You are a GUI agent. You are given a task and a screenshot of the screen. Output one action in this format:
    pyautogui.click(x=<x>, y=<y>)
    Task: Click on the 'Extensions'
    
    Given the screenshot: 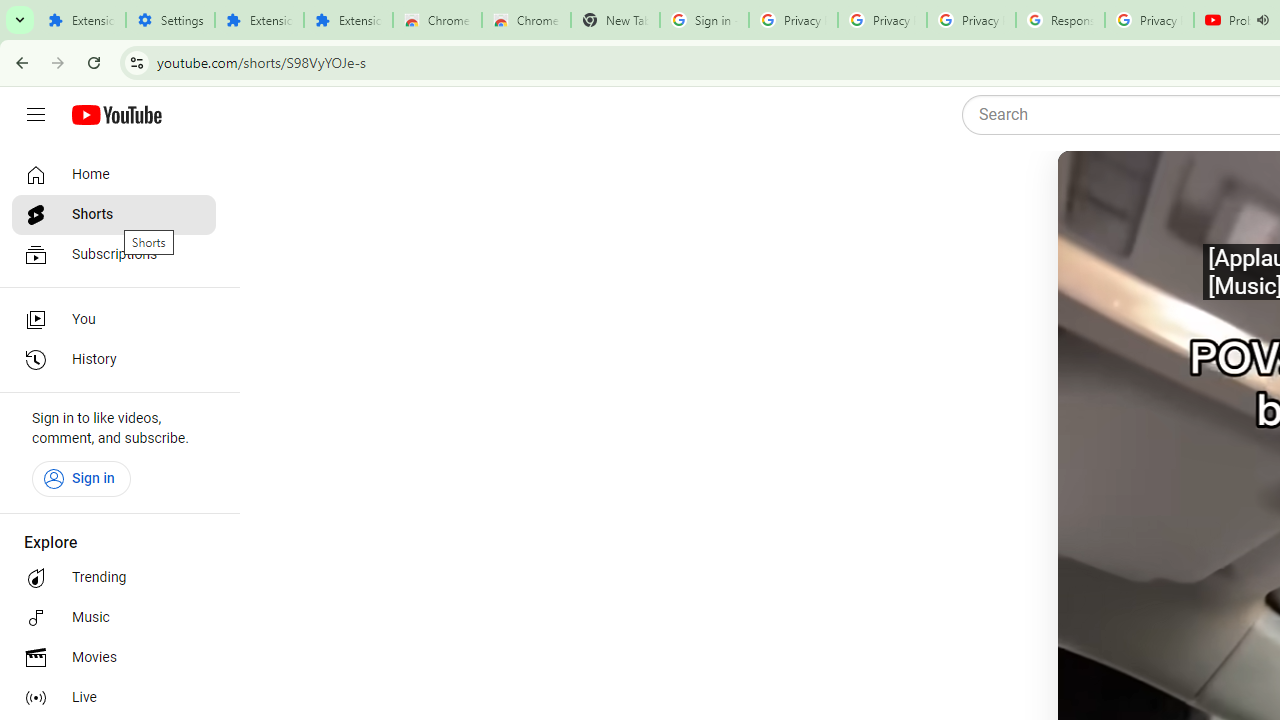 What is the action you would take?
    pyautogui.click(x=348, y=20)
    